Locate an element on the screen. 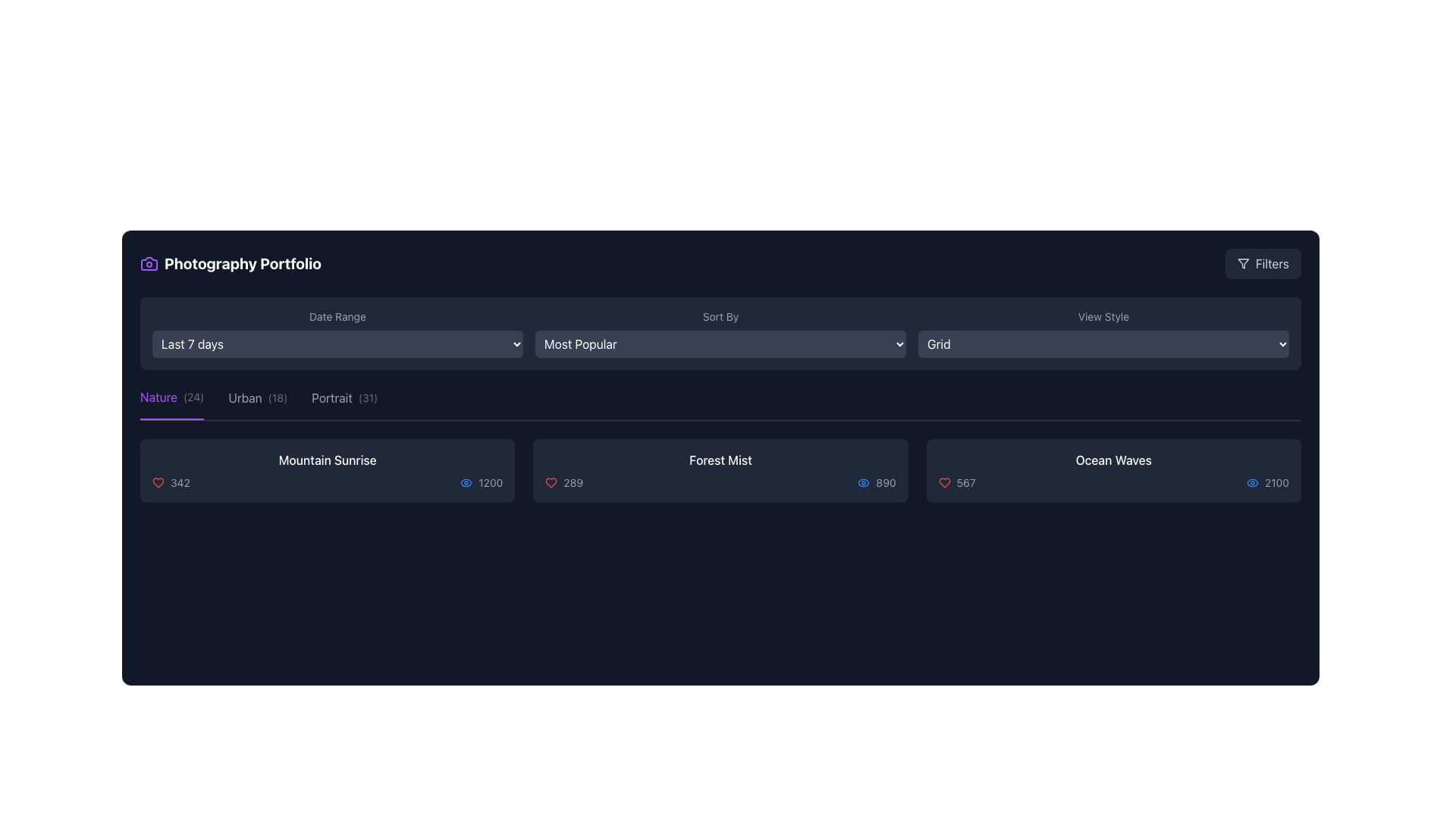 This screenshot has height=819, width=1456. an option from the 'Sort By' dropdown menu, which is labeled with gray text and contains options like 'Most Popular' is located at coordinates (720, 332).